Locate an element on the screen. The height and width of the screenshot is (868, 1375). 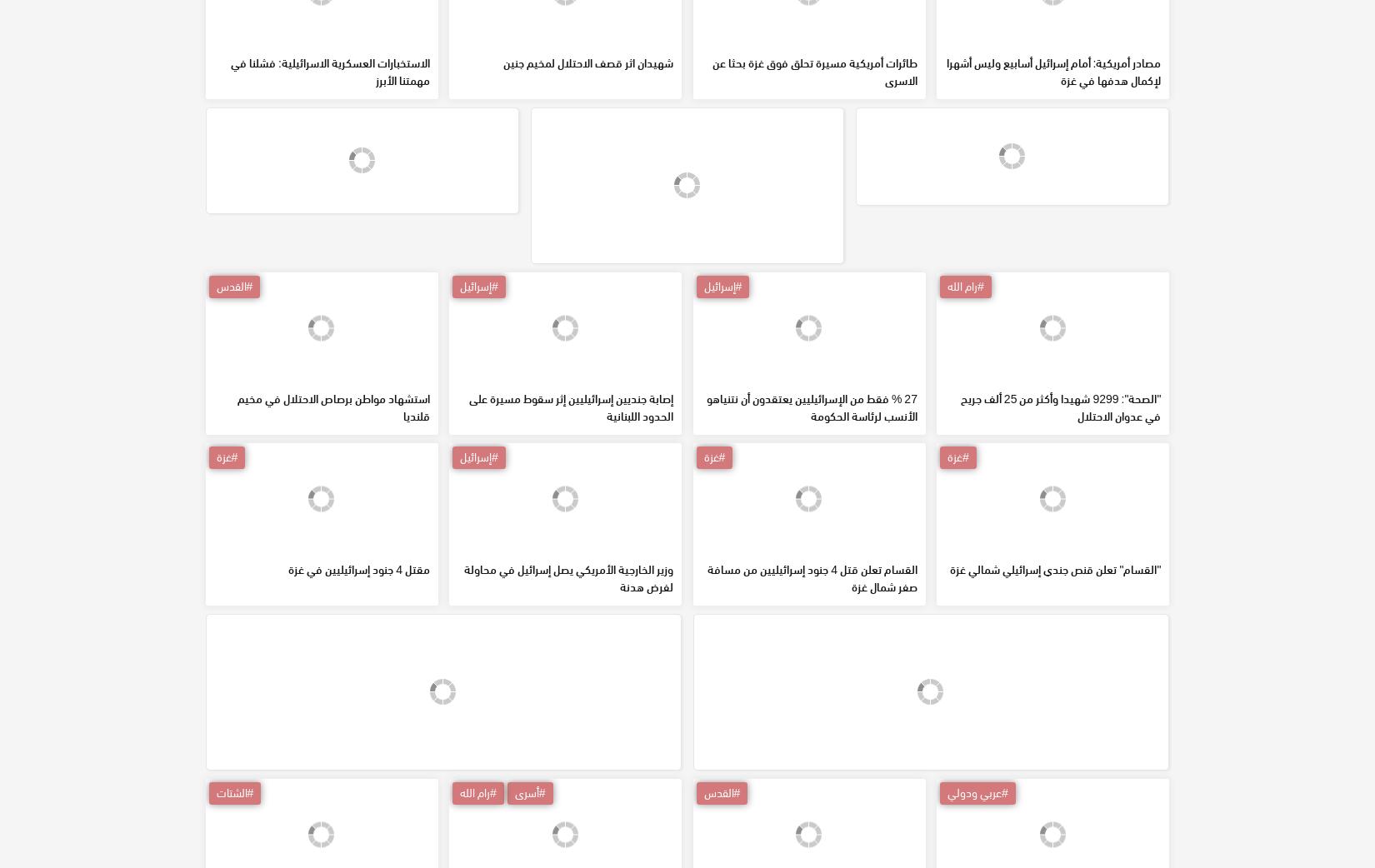
'"القسام" تعلن قنص جندي إسرائيلي شمالي غزة' is located at coordinates (1054, 689).